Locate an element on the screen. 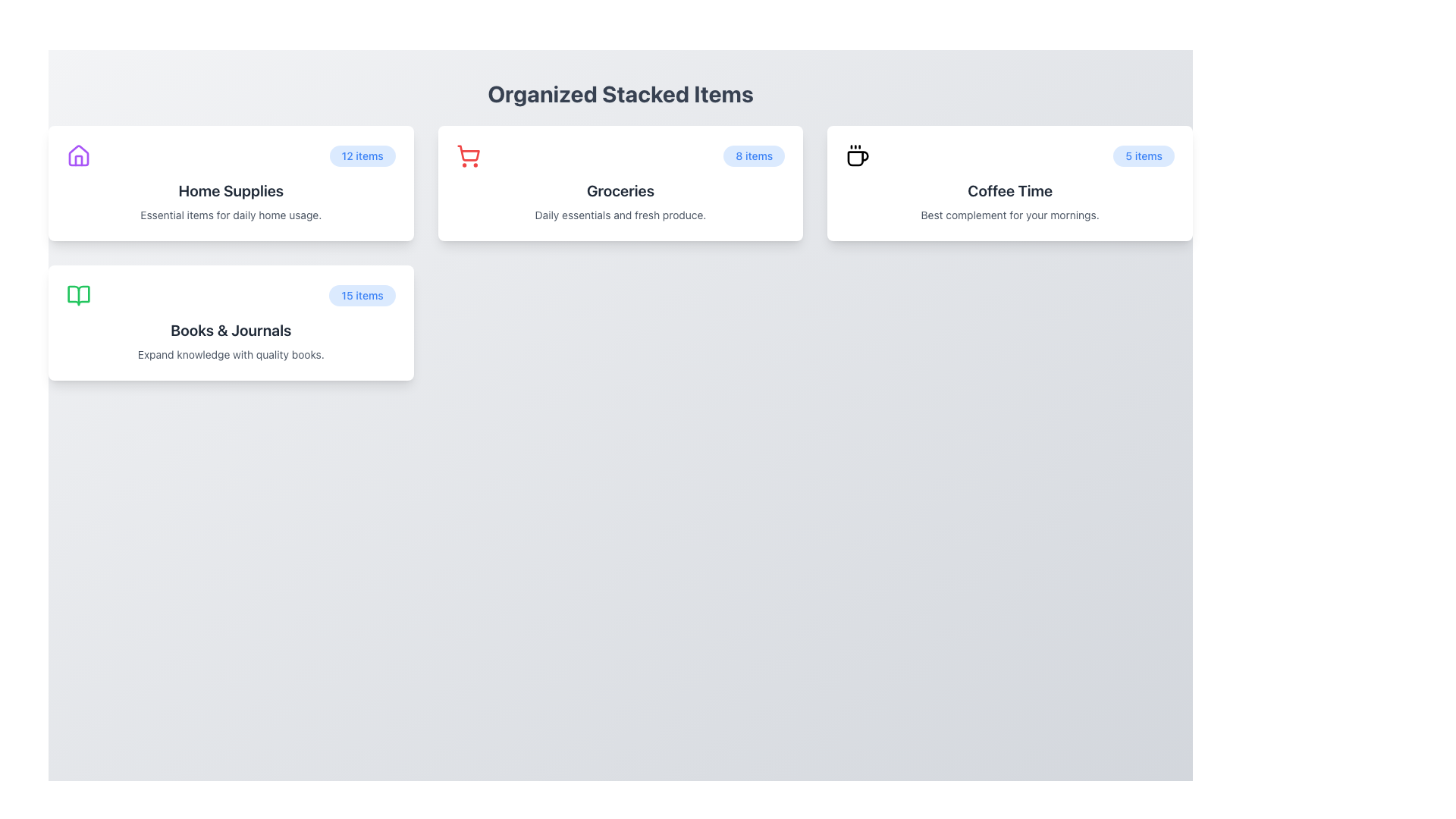 This screenshot has height=819, width=1456. Text Label providing a supplementary description about the 'Coffee Time' section using accessibility tools is located at coordinates (1010, 215).